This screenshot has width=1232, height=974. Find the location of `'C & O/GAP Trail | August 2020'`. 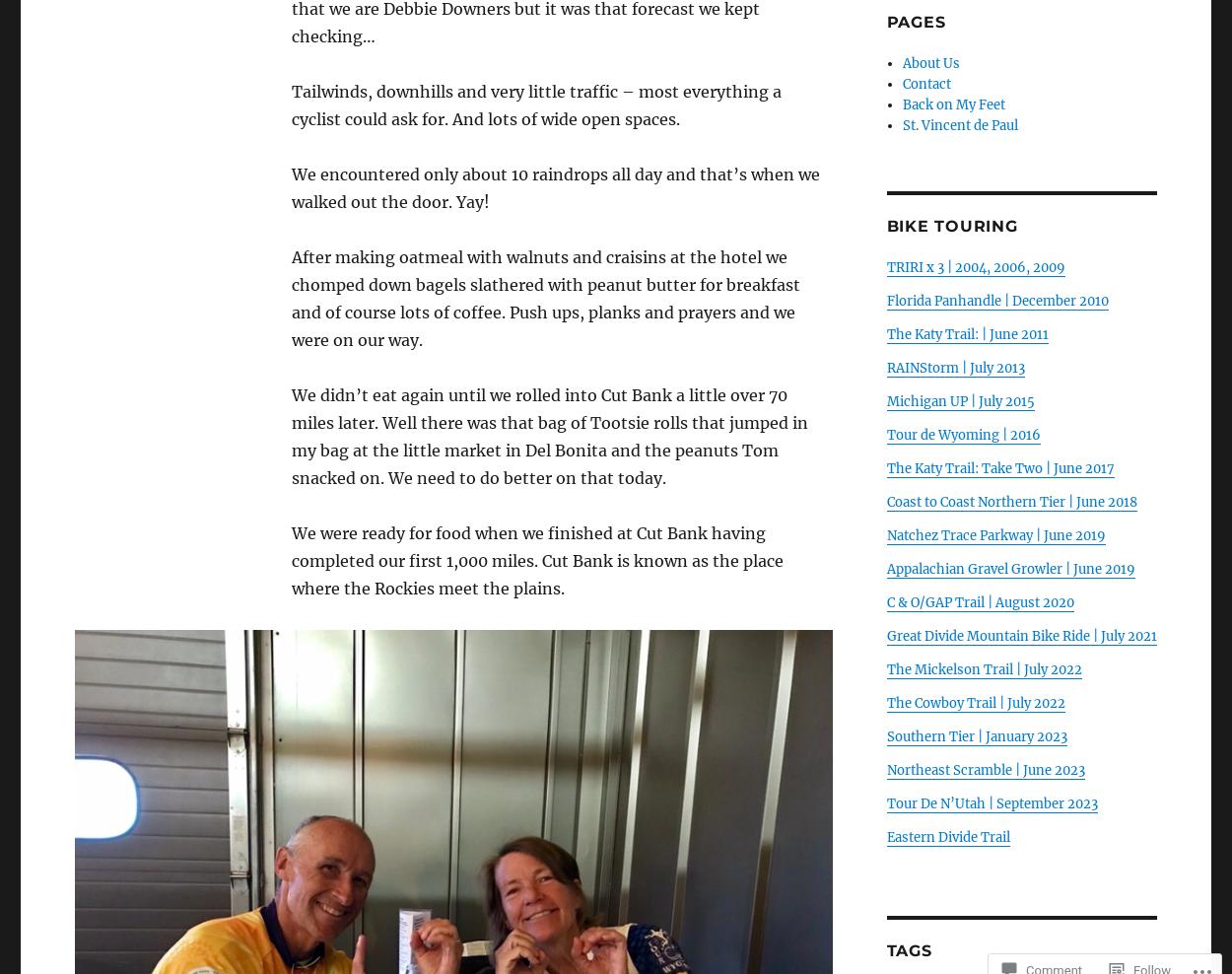

'C & O/GAP Trail | August 2020' is located at coordinates (885, 602).